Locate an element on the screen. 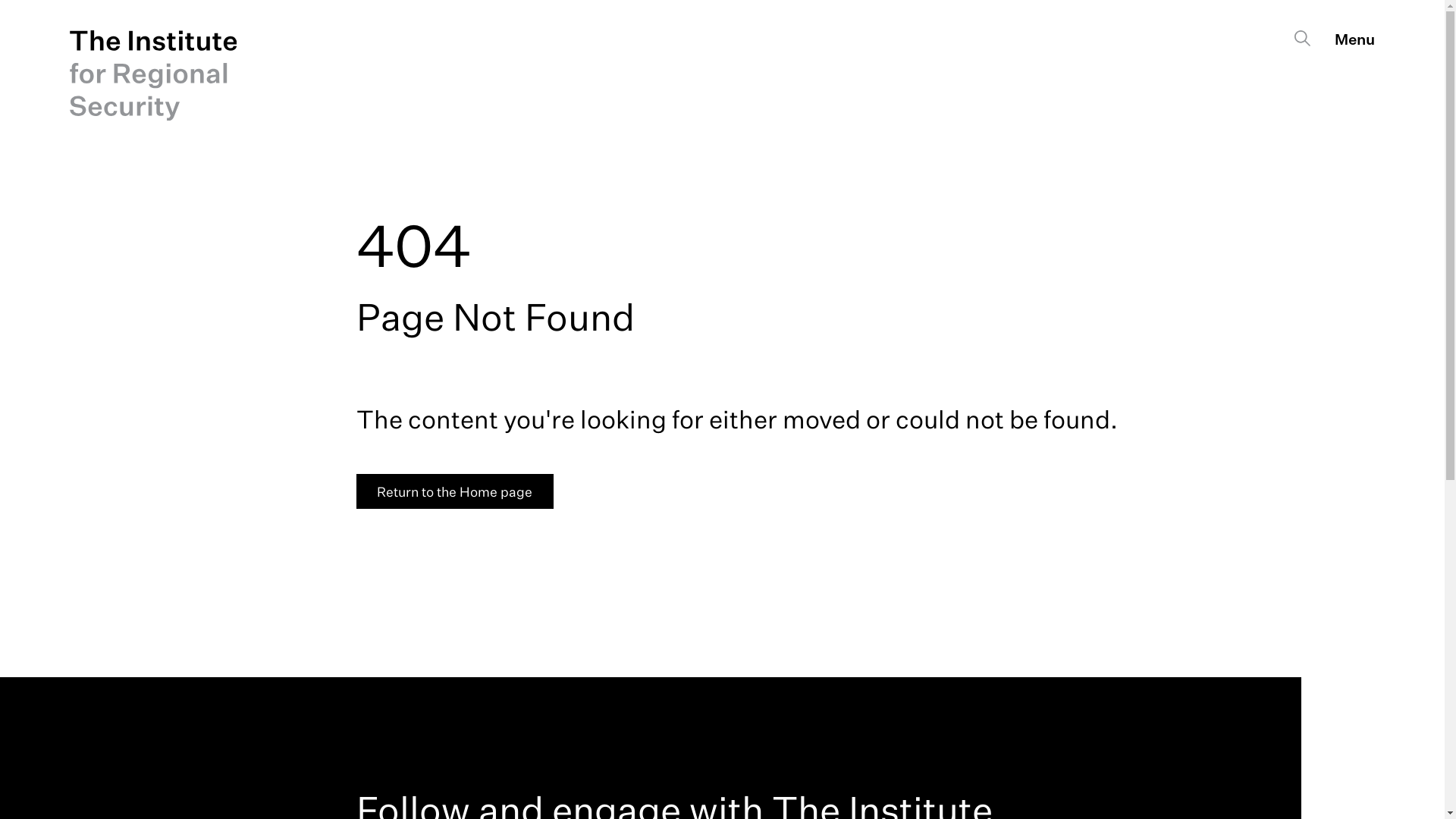 This screenshot has width=1456, height=819. 'Return to the Home page' is located at coordinates (454, 491).